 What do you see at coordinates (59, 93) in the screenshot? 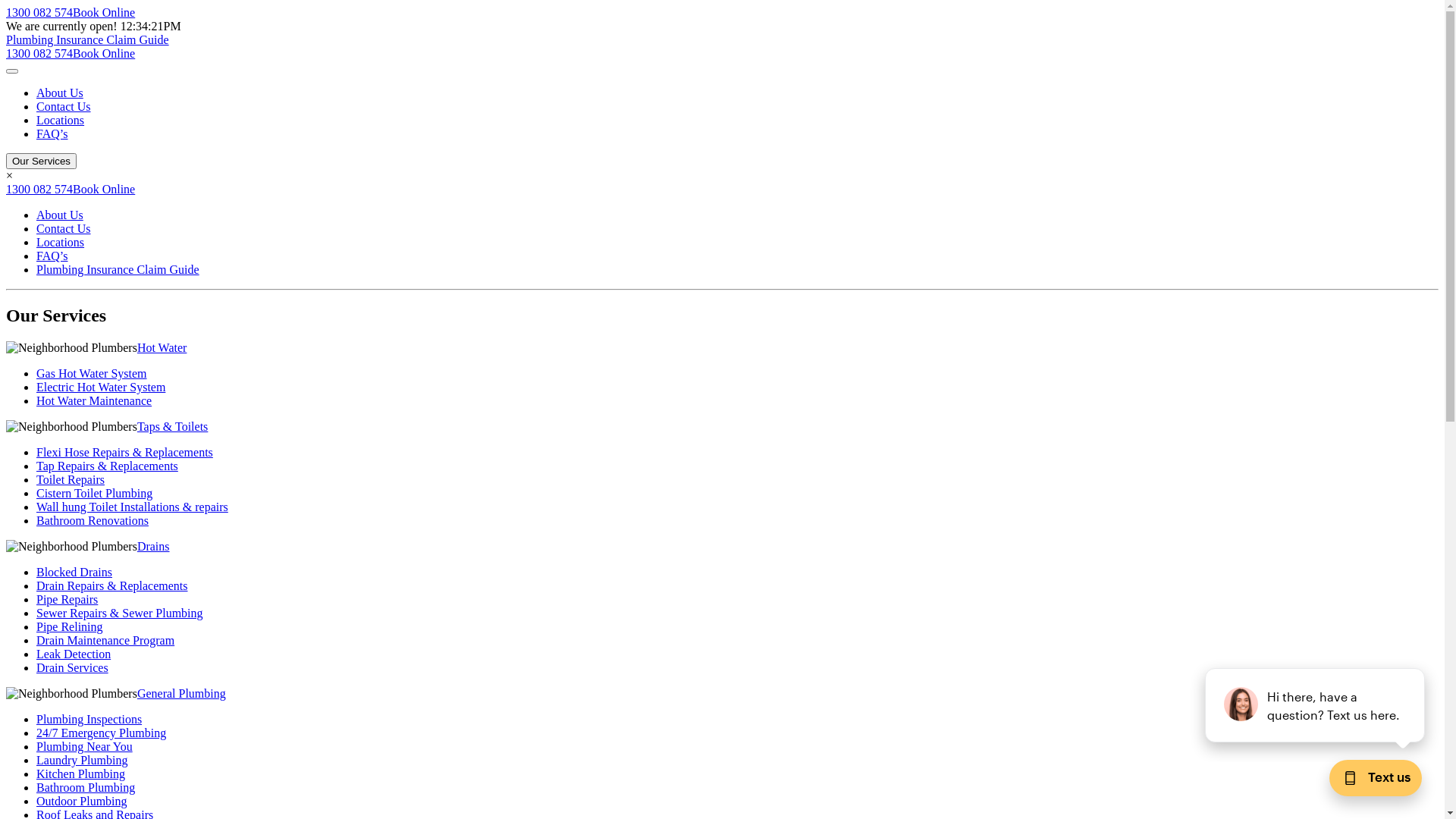
I see `'About Us'` at bounding box center [59, 93].